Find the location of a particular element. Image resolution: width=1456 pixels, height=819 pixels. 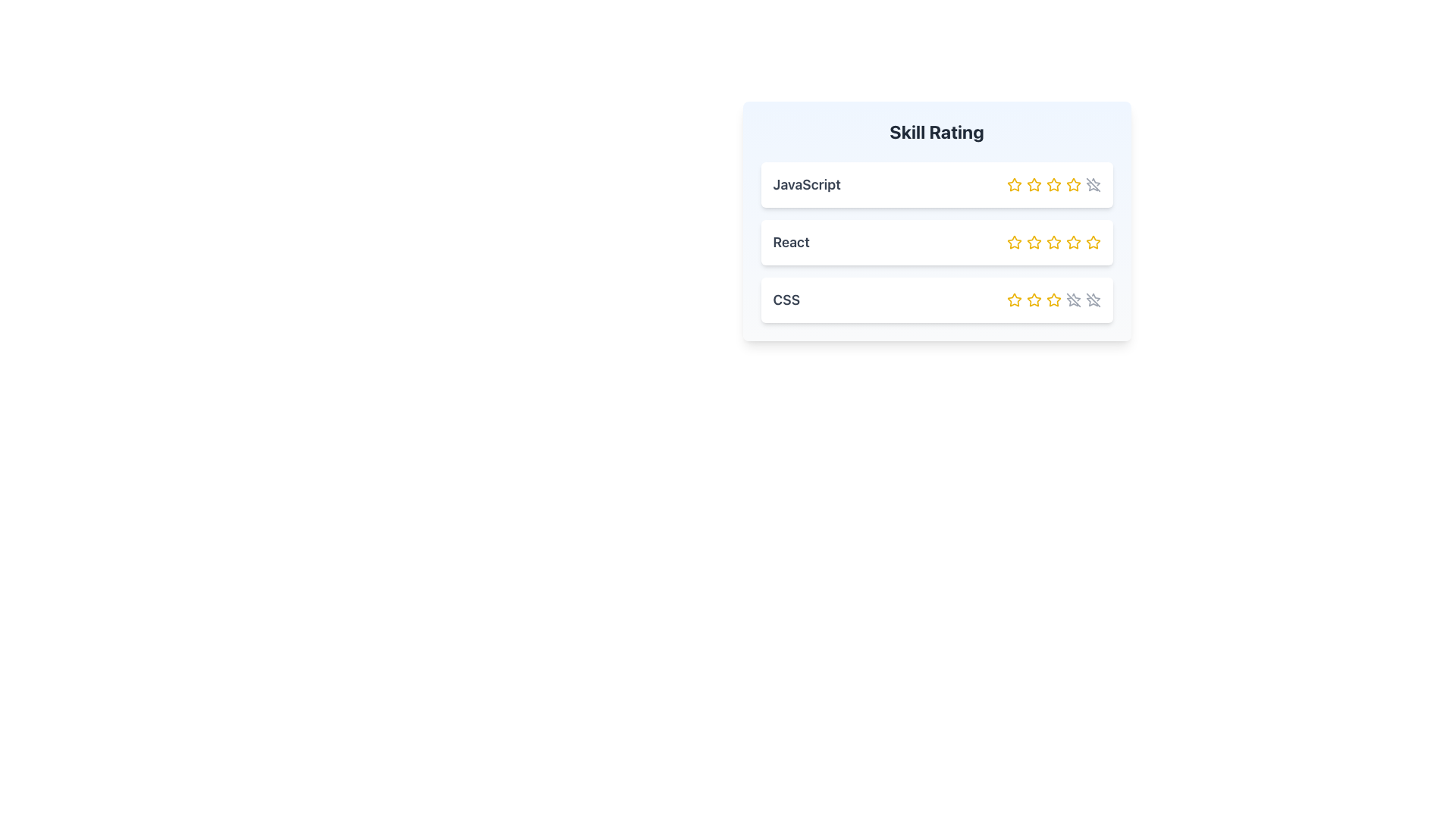

the second yellow star icon for ratings associated with 'JavaScript' is located at coordinates (1033, 184).